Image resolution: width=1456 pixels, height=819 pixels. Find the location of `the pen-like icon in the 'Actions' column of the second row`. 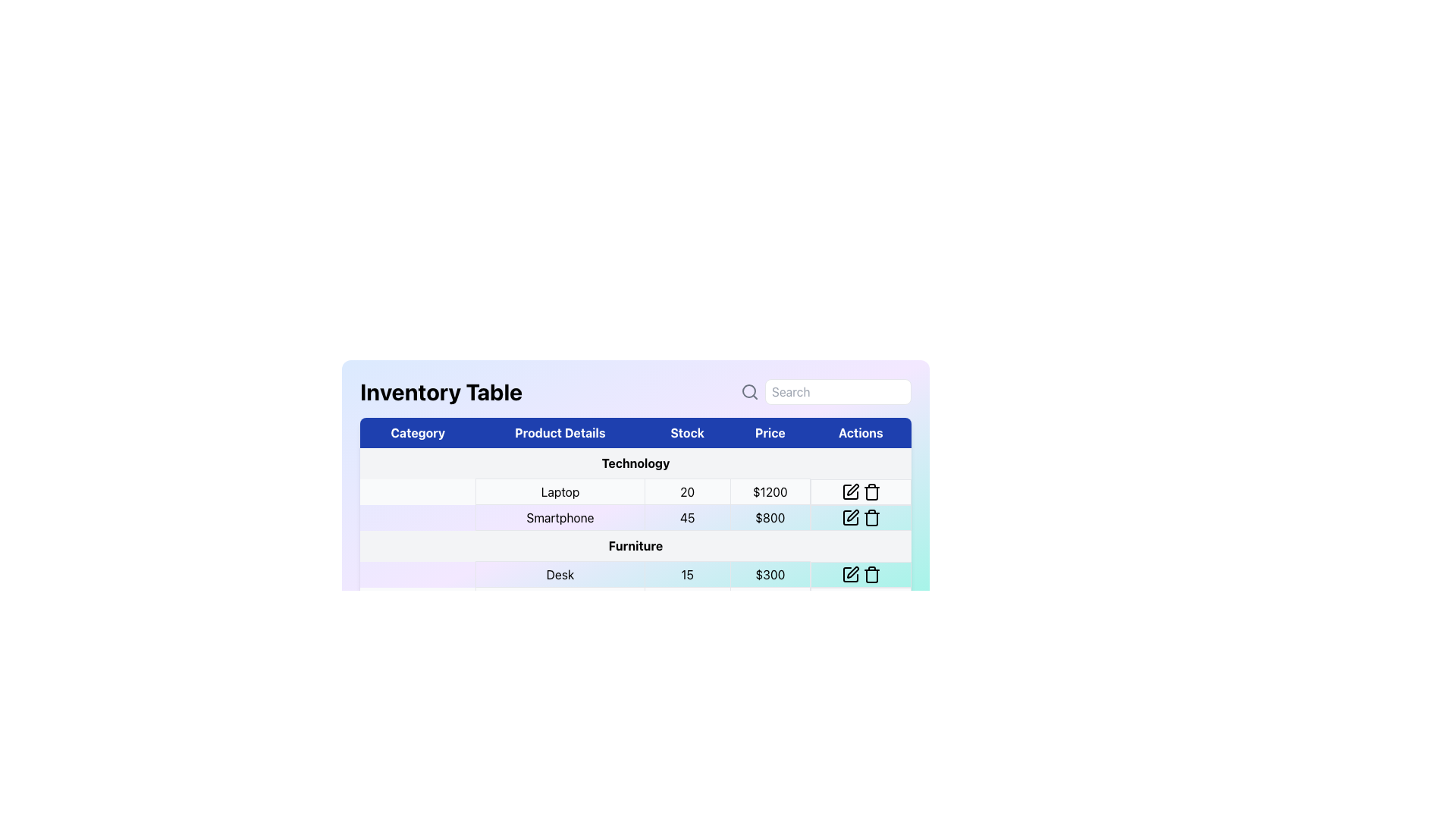

the pen-like icon in the 'Actions' column of the second row is located at coordinates (852, 488).